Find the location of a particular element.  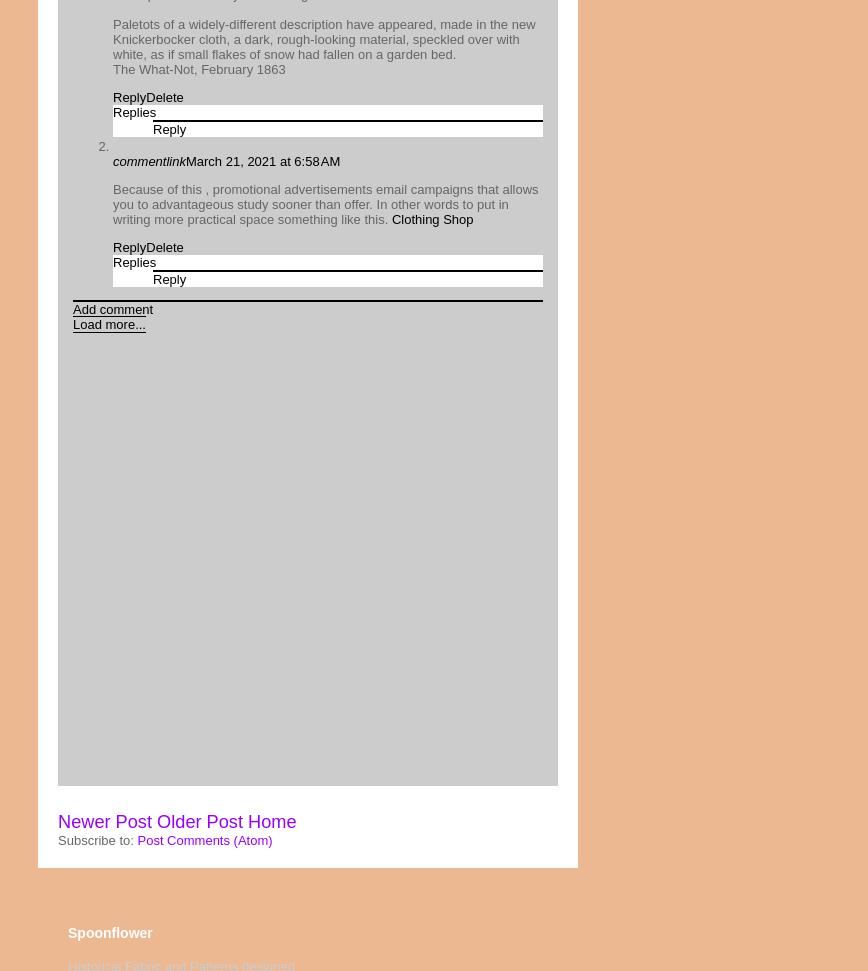

'Subscribe to:' is located at coordinates (97, 839).